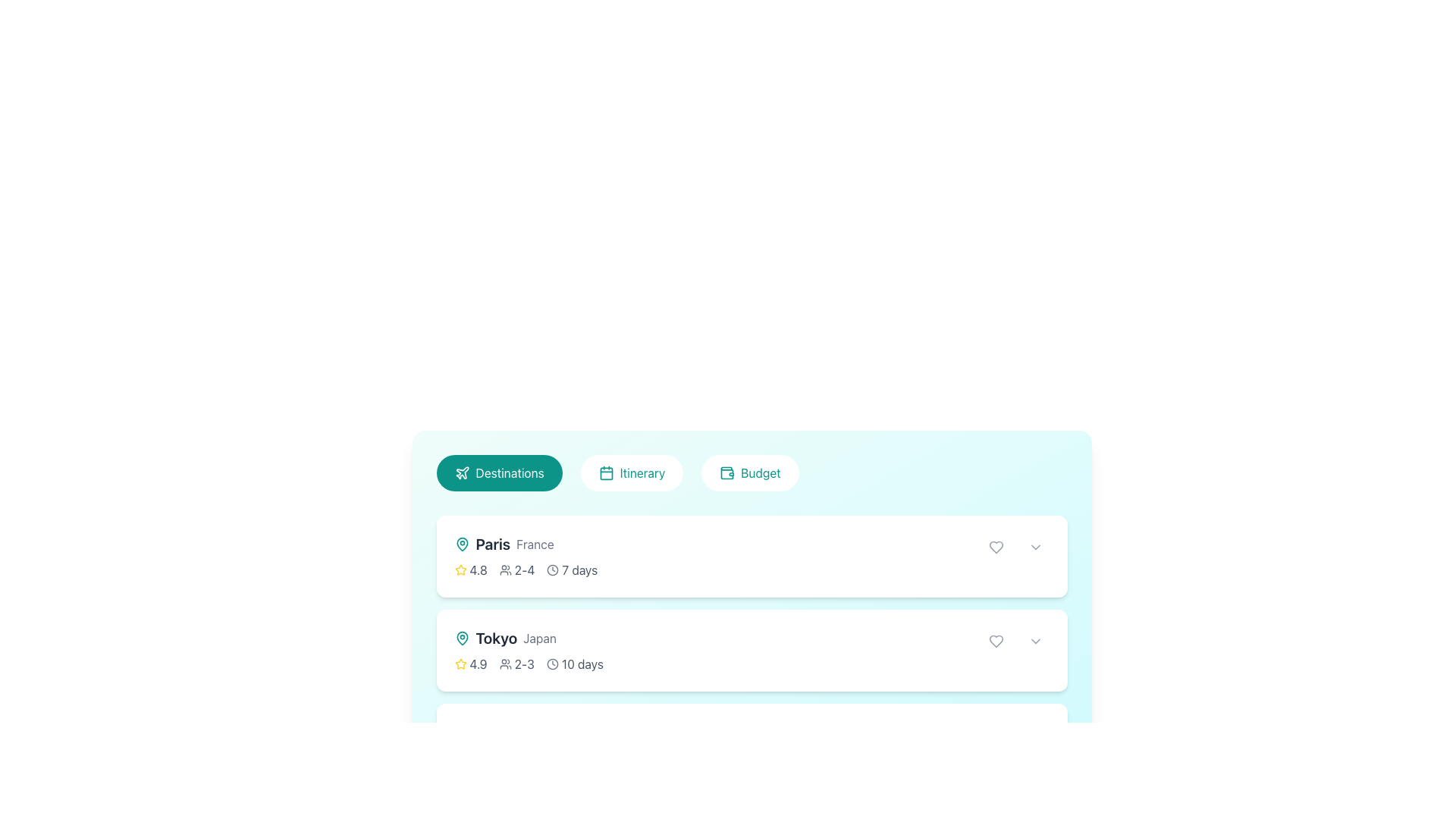 Image resolution: width=1456 pixels, height=819 pixels. Describe the element at coordinates (535, 543) in the screenshot. I see `text label element displaying 'France' in a light gray font color, which is adjacent to 'Paris' in a travel destinations interface` at that location.